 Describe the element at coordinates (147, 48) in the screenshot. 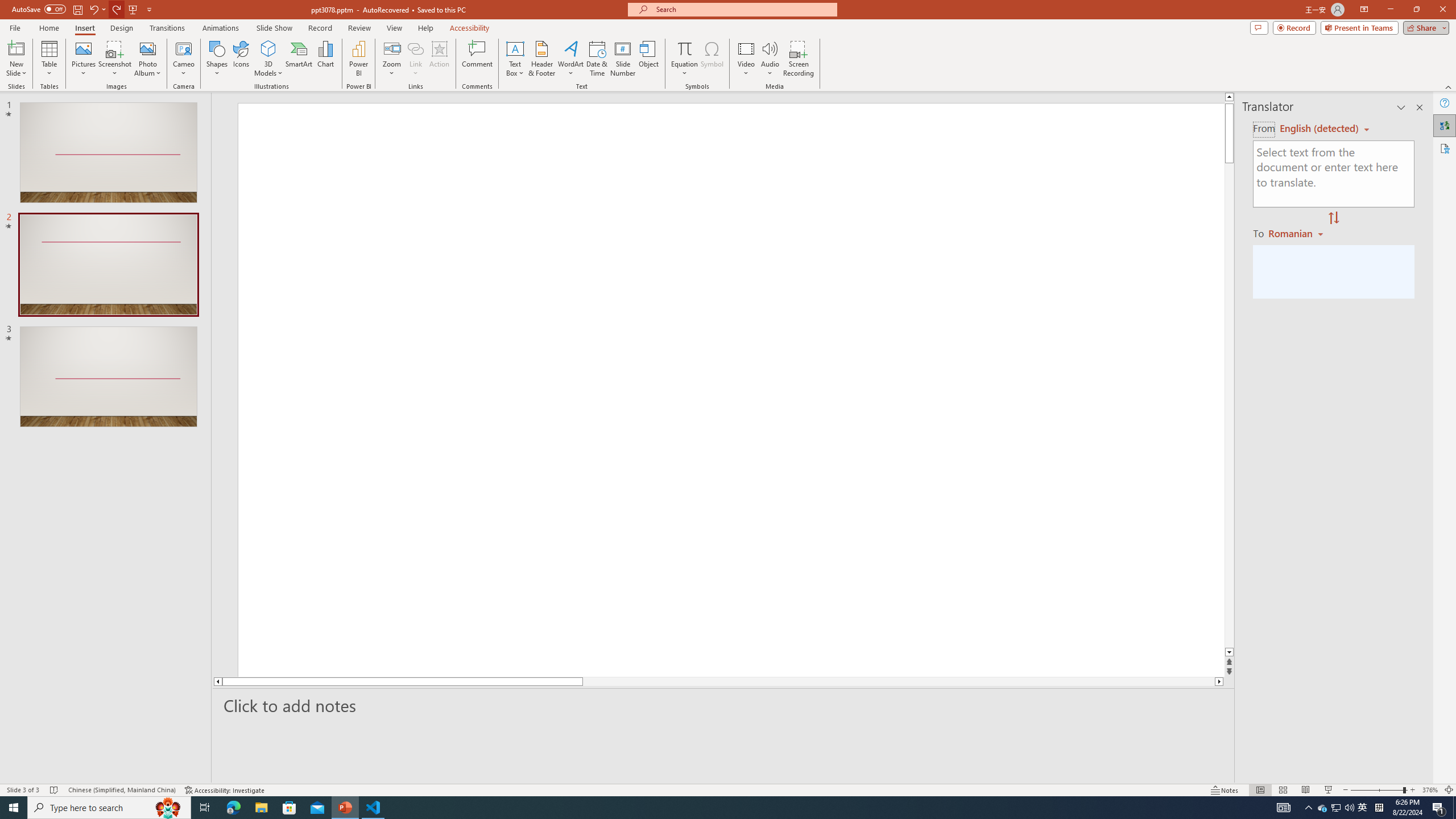

I see `'New Photo Album...'` at that location.